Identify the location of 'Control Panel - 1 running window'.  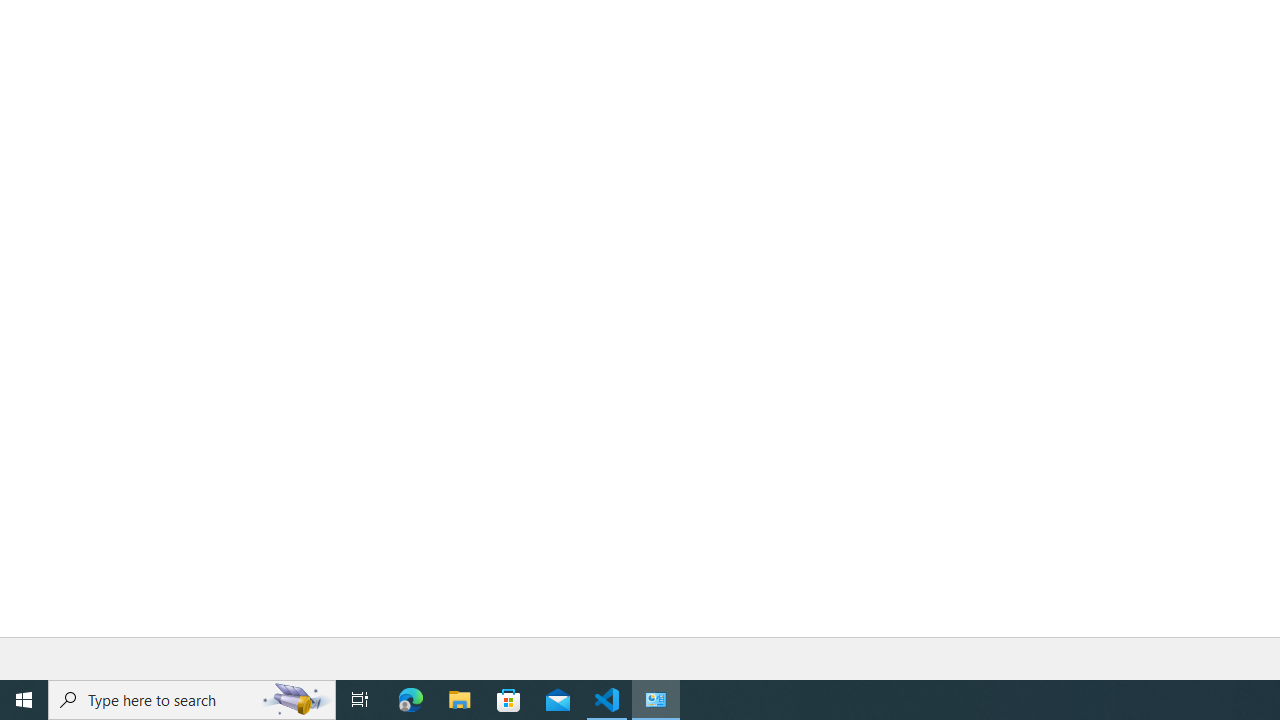
(656, 698).